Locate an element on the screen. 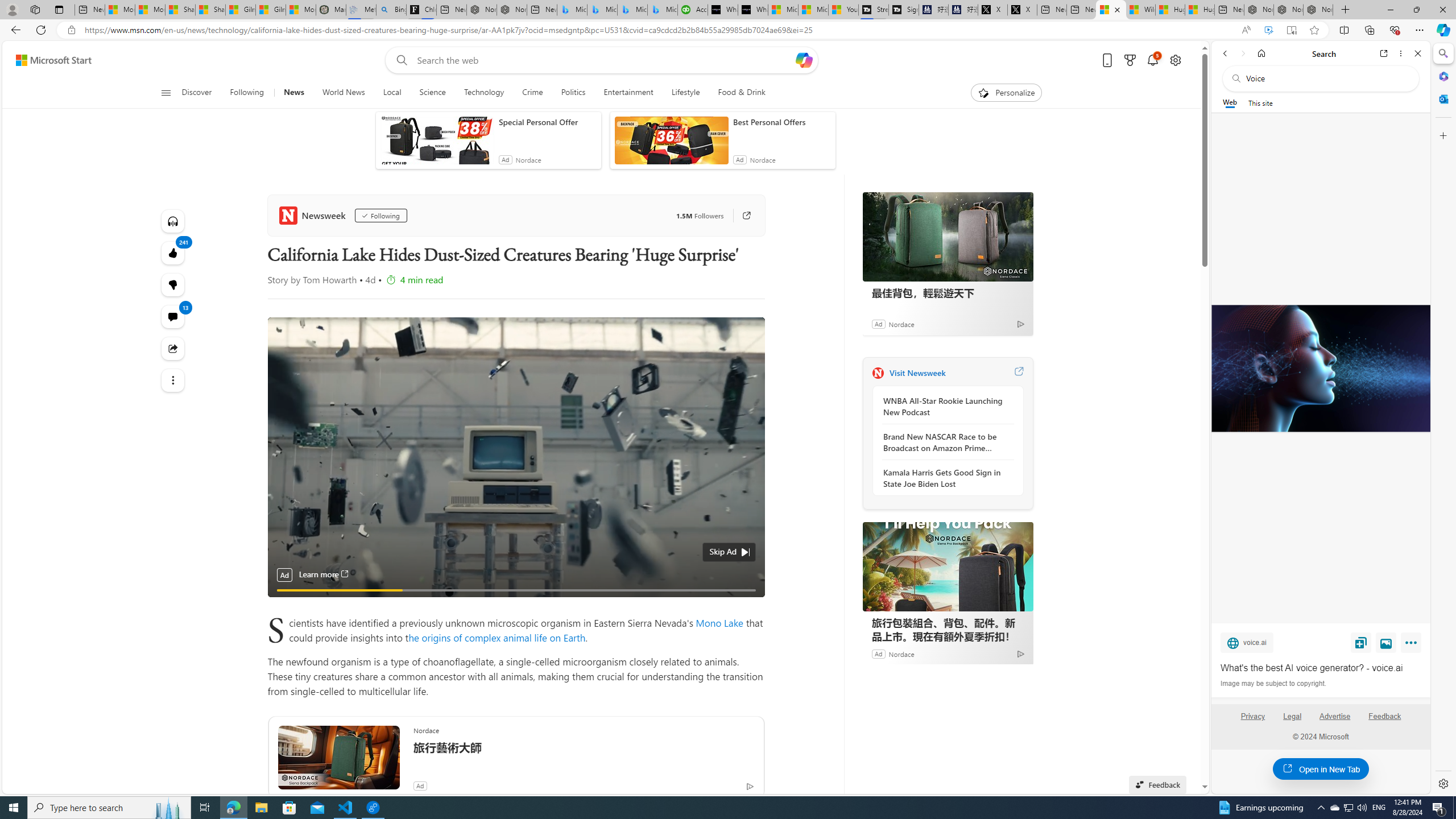 Image resolution: width=1456 pixels, height=819 pixels. 'Enter Immersive Reader (F9)' is located at coordinates (1291, 30).